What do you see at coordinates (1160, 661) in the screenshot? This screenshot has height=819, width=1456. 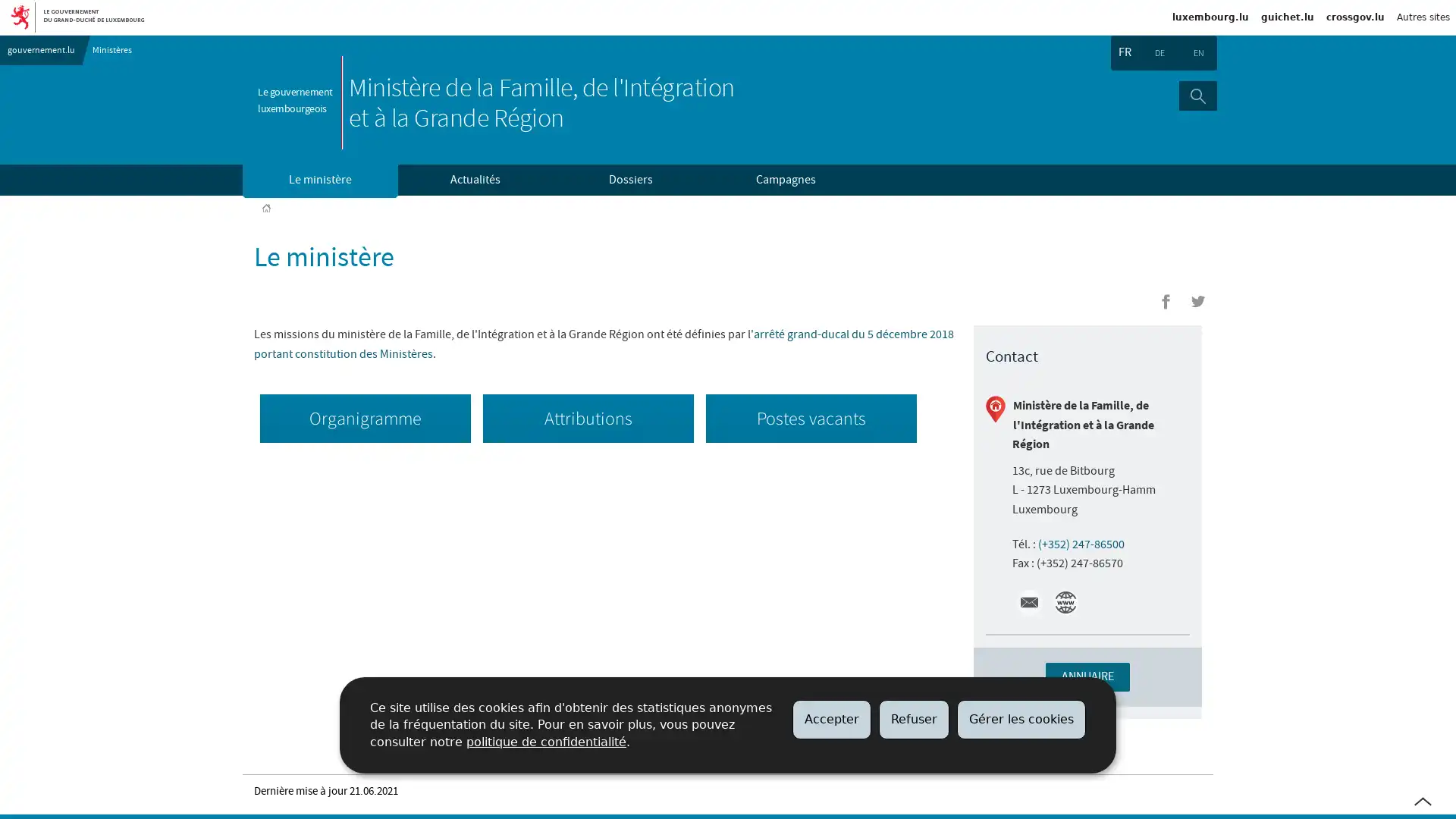 I see `imgFullScreen` at bounding box center [1160, 661].